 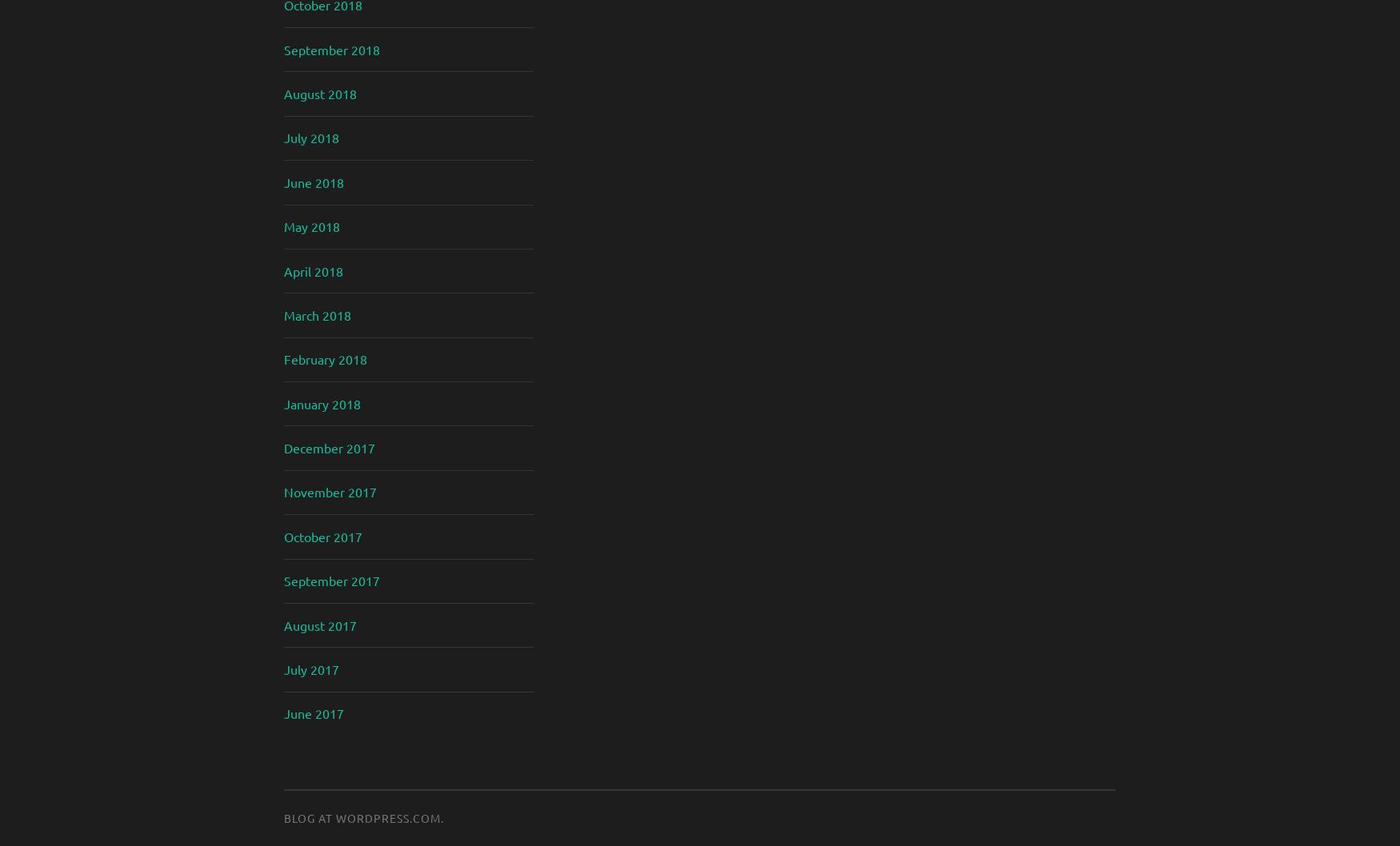 What do you see at coordinates (364, 816) in the screenshot?
I see `'Blog at WordPress.com.'` at bounding box center [364, 816].